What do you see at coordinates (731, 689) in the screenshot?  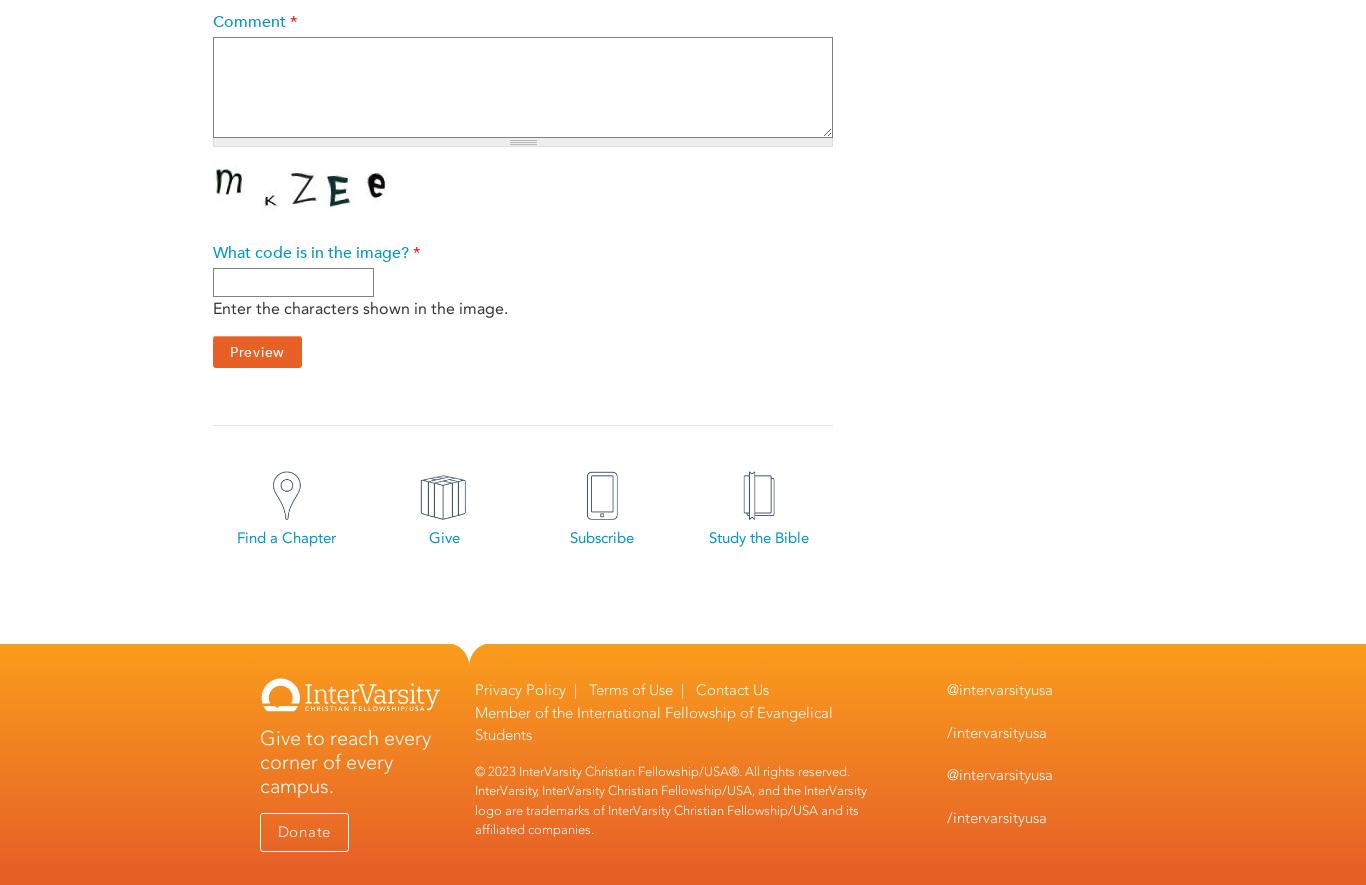 I see `'Contact Us'` at bounding box center [731, 689].